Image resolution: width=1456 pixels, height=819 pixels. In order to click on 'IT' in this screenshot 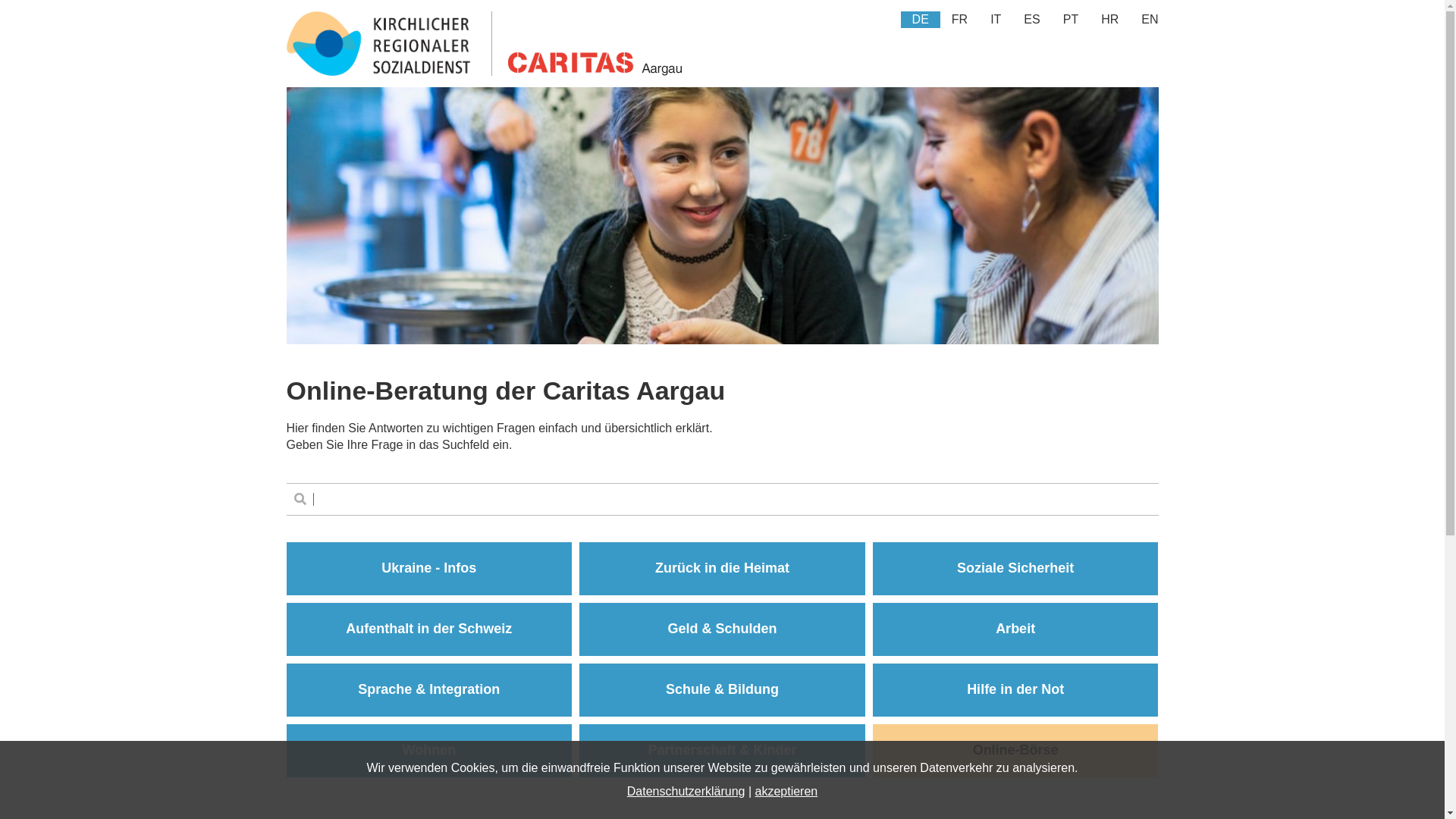, I will do `click(996, 20)`.